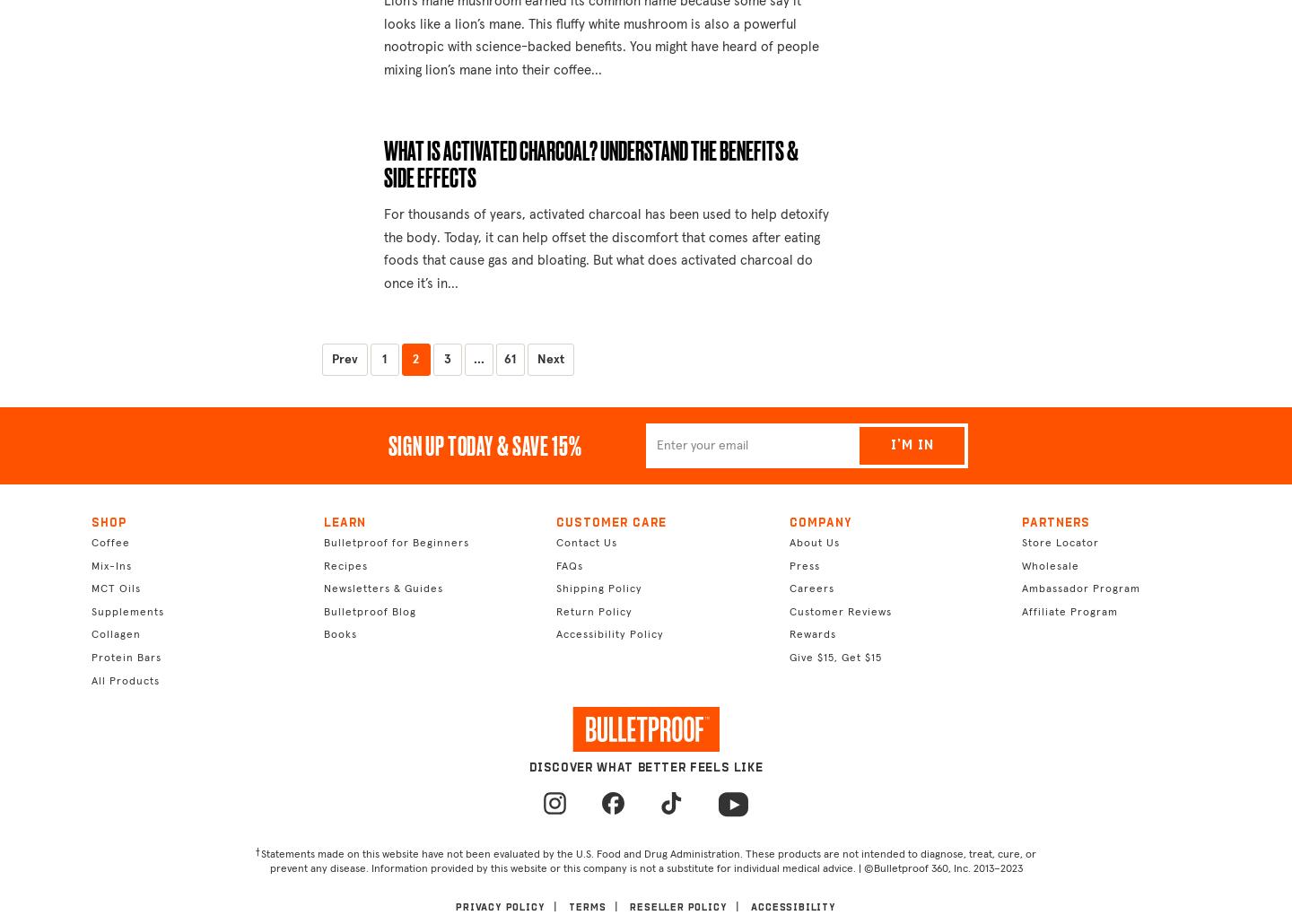 The height and width of the screenshot is (924, 1292). I want to click on 'Protein Bars', so click(125, 658).